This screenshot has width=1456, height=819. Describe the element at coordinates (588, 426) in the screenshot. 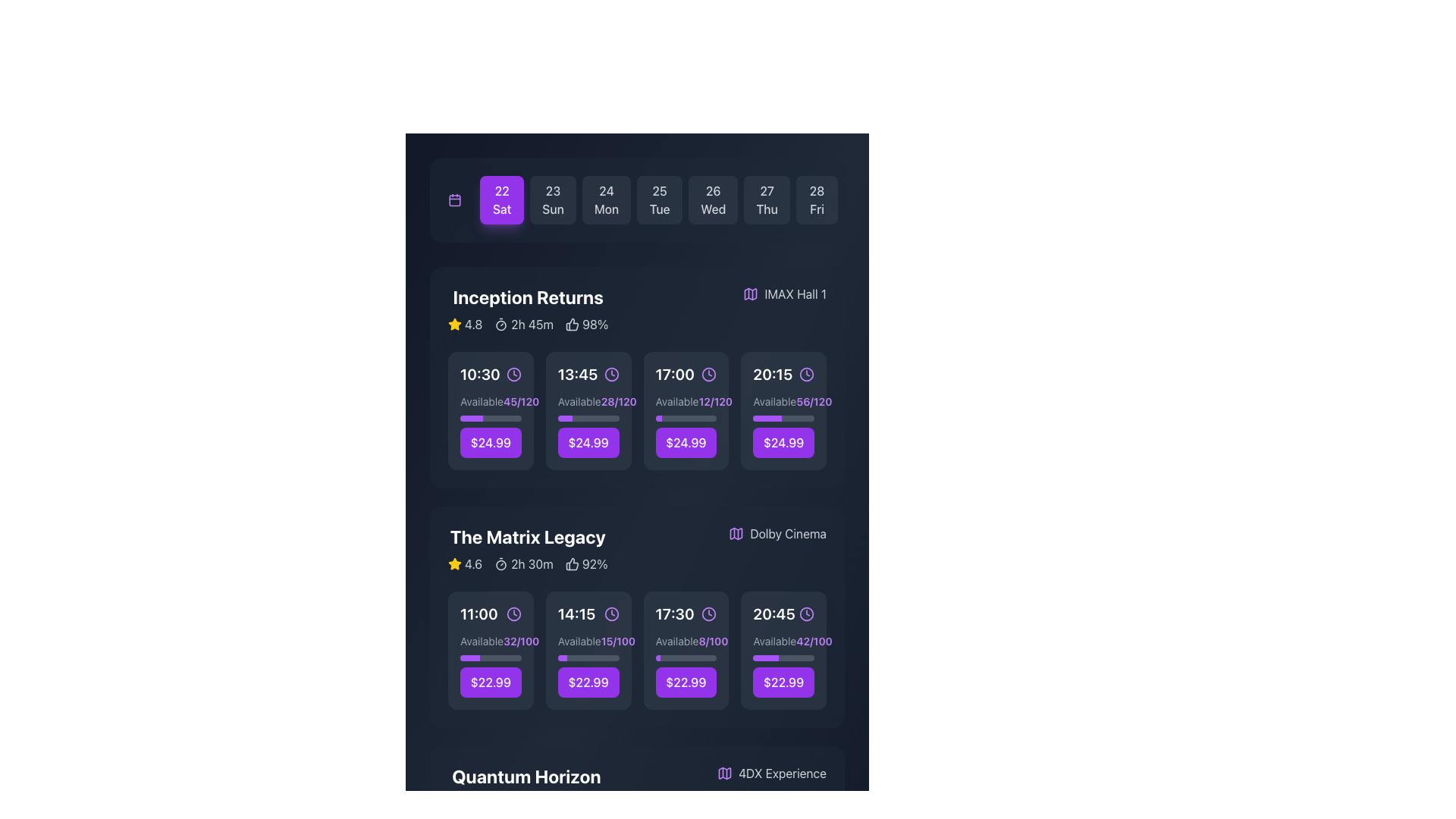

I see `the rectangular button displaying '$24.99' in bold white font on a purple background, located beneath the progress bar for the '13:45' screening` at that location.